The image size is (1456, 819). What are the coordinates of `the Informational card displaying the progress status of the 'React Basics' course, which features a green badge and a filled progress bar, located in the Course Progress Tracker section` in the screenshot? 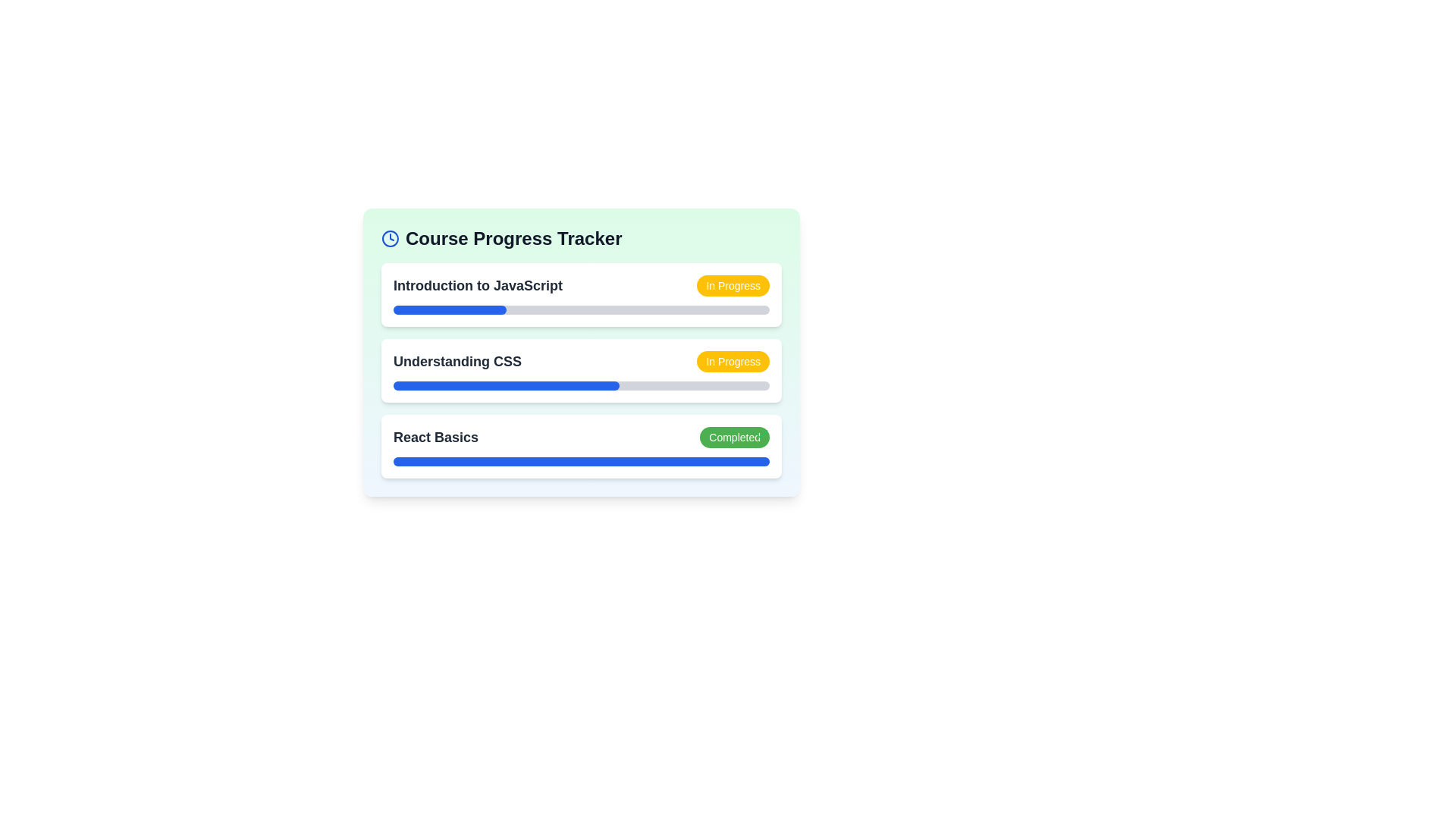 It's located at (581, 446).